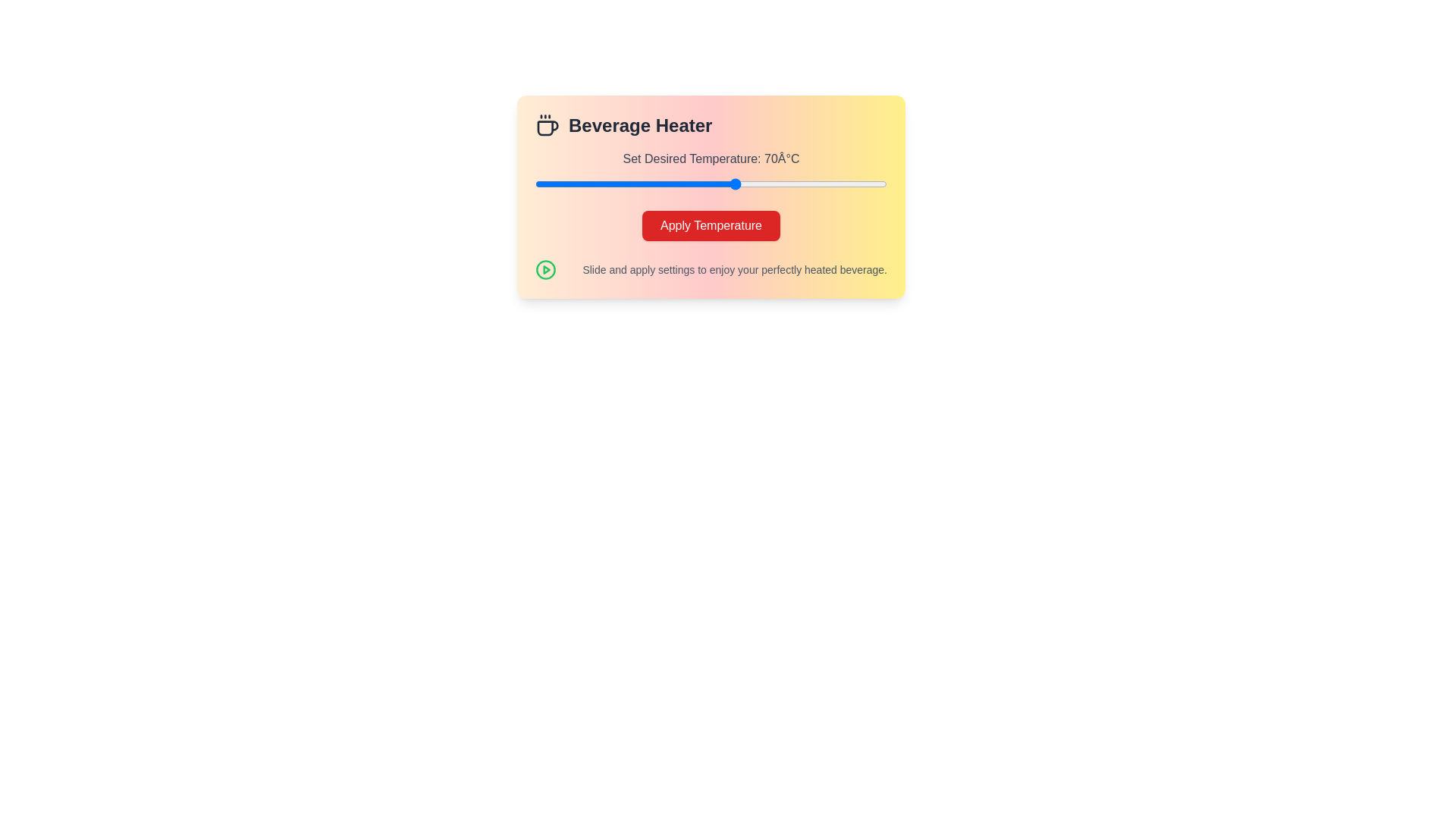 Image resolution: width=1456 pixels, height=819 pixels. What do you see at coordinates (564, 184) in the screenshot?
I see `the temperature slider to set the desired temperature to 36°C` at bounding box center [564, 184].